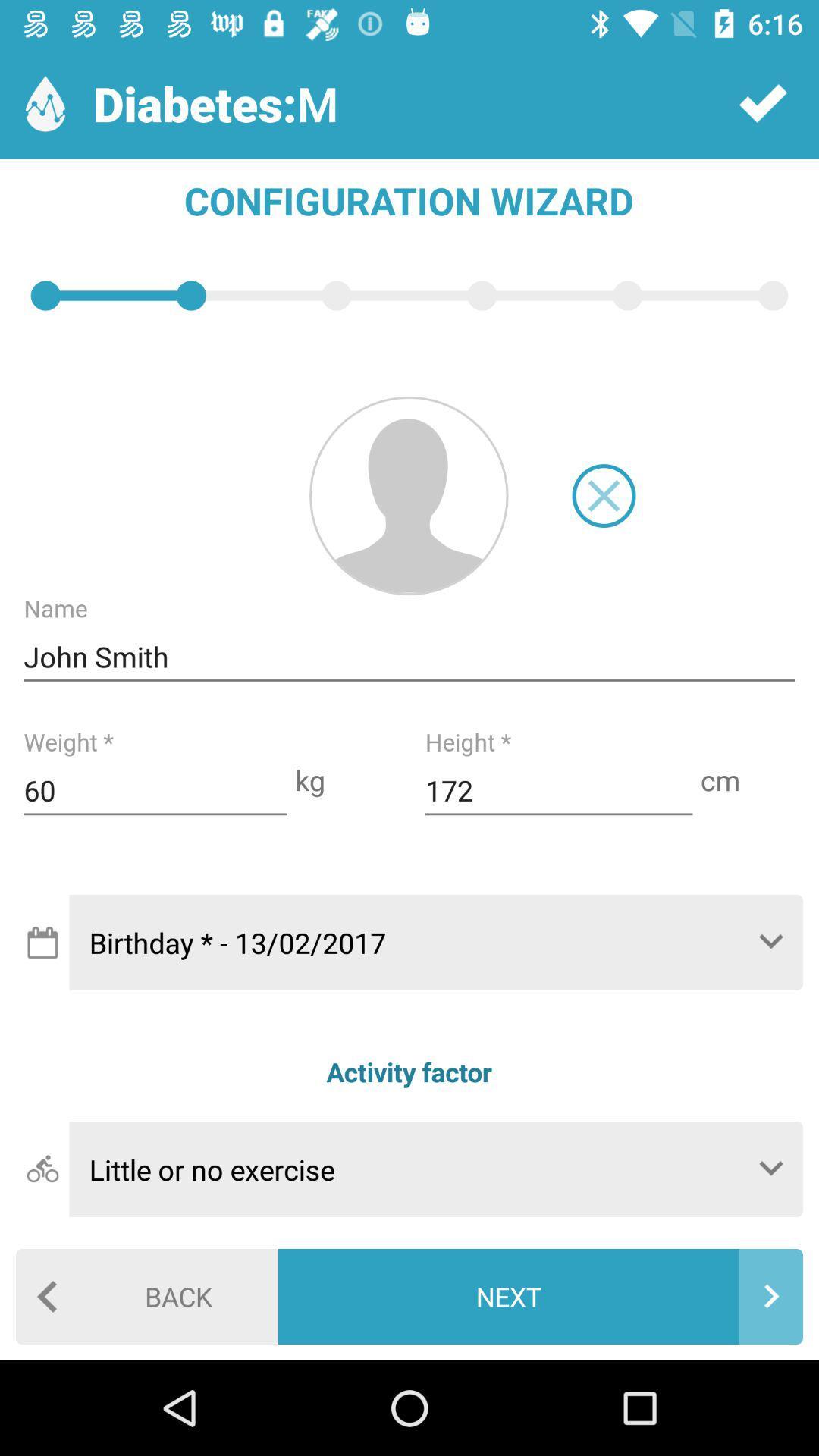 This screenshot has height=1456, width=819. I want to click on button, so click(603, 495).